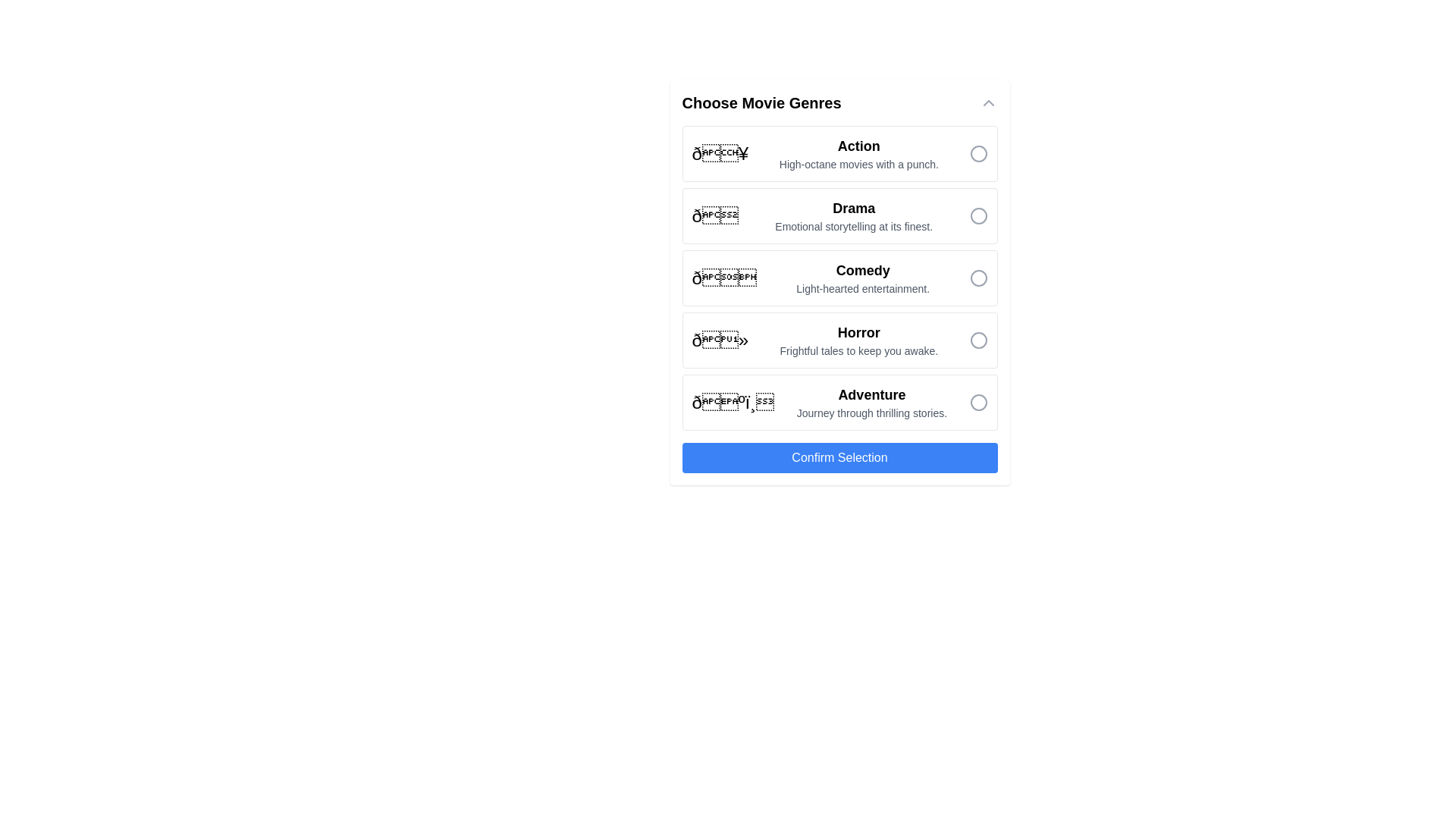 This screenshot has height=819, width=1456. What do you see at coordinates (858, 164) in the screenshot?
I see `the text label that reads 'High-octane movies with a punch.' located below the bold title 'Action.'` at bounding box center [858, 164].